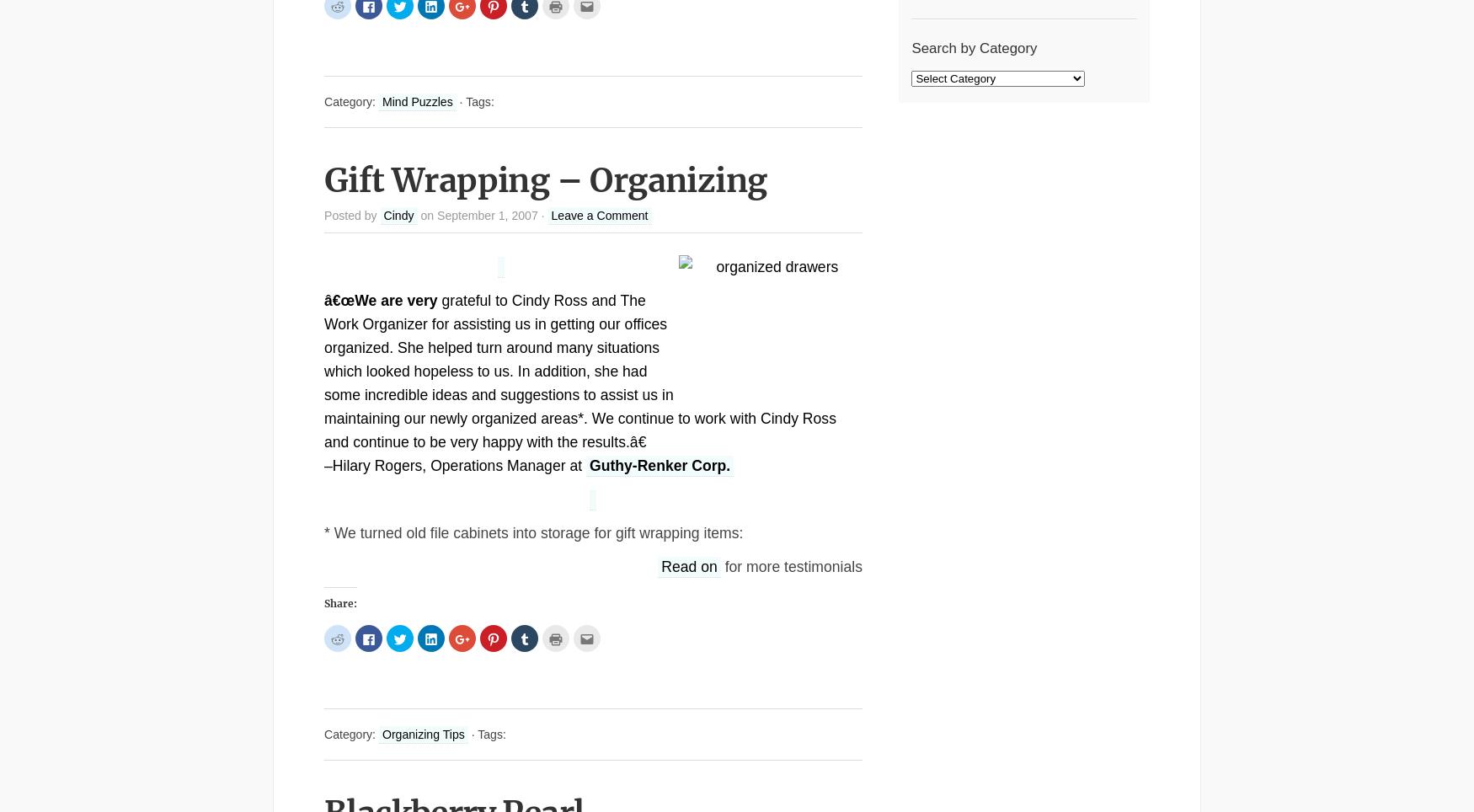  I want to click on 'Hilary Rogers, Operations Manager at', so click(457, 466).